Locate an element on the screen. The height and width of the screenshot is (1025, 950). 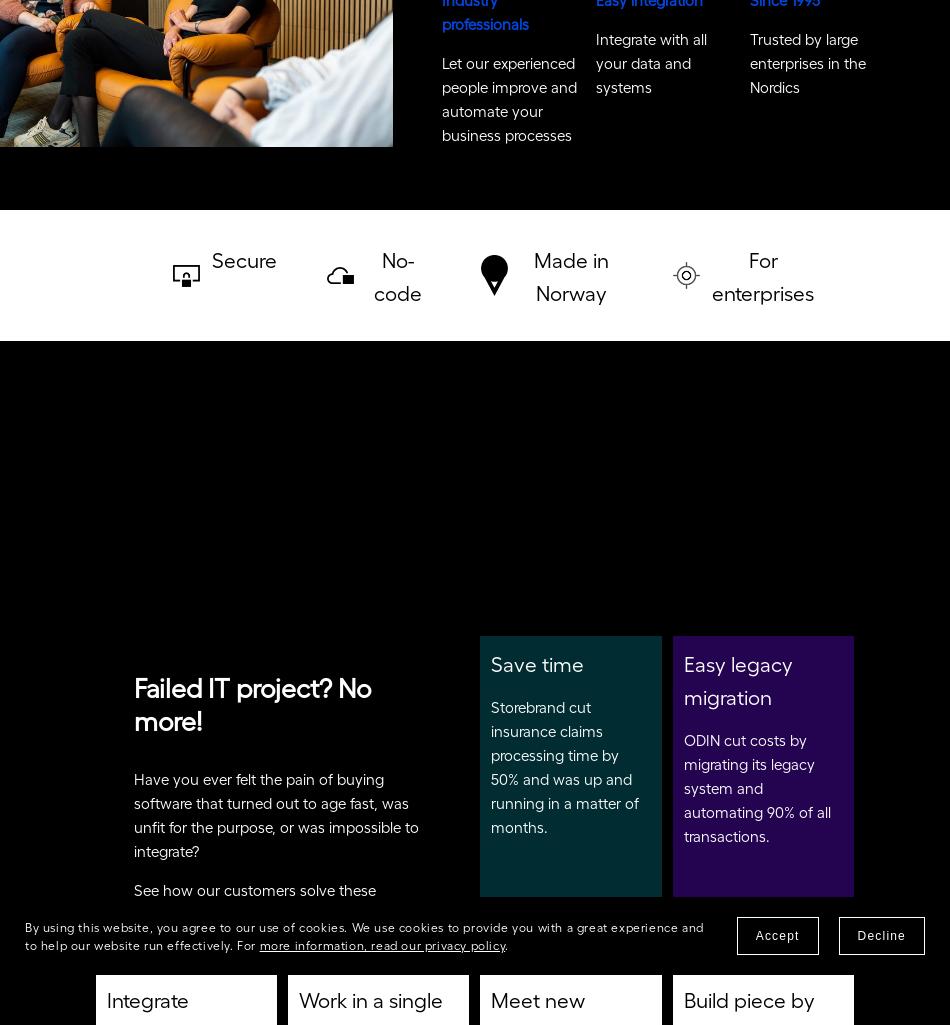
'Save time' is located at coordinates (537, 670).